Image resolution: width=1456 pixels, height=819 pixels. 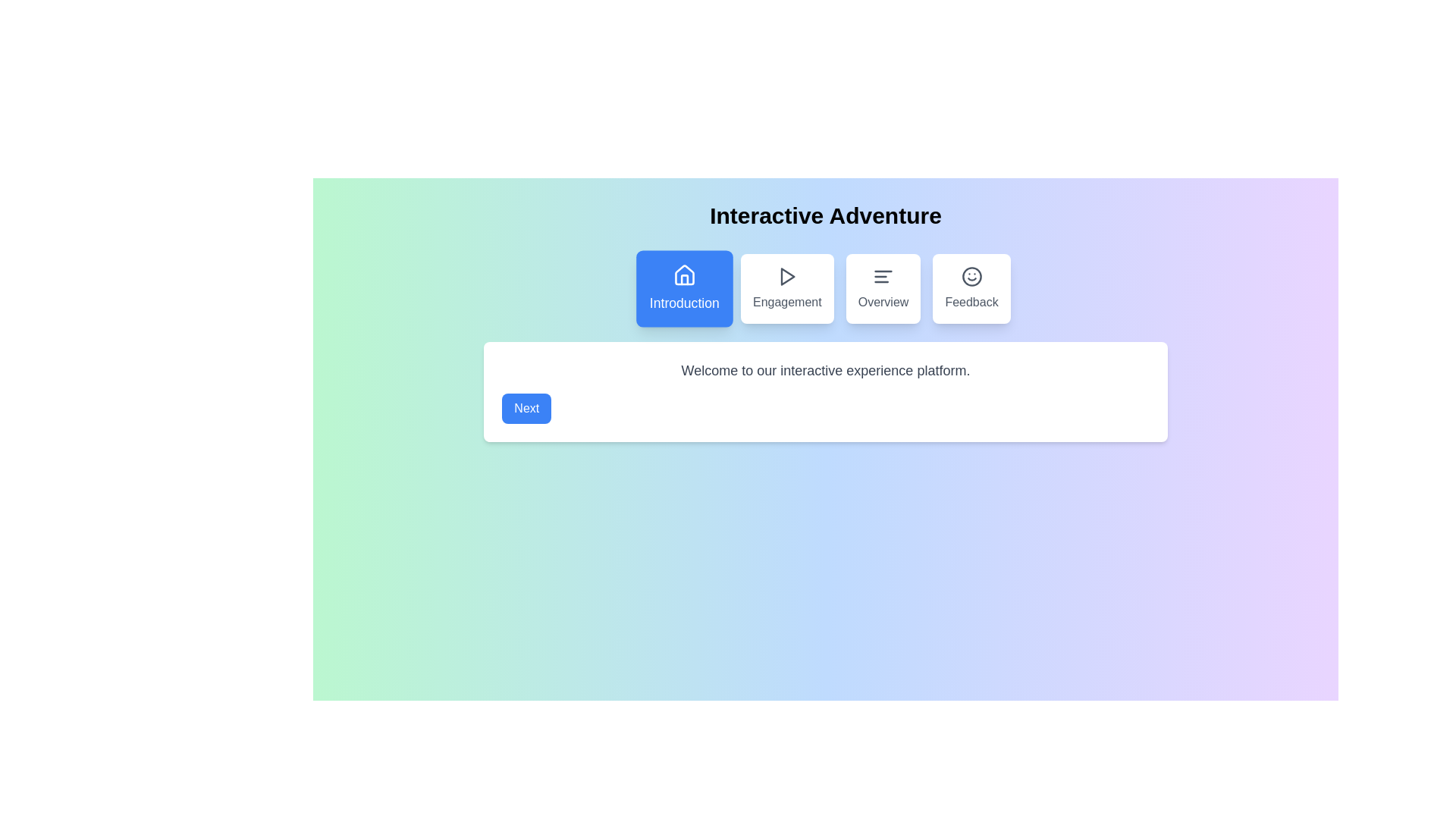 What do you see at coordinates (526, 408) in the screenshot?
I see `the 'Next' button to proceed to the next step in the interactive stepper` at bounding box center [526, 408].